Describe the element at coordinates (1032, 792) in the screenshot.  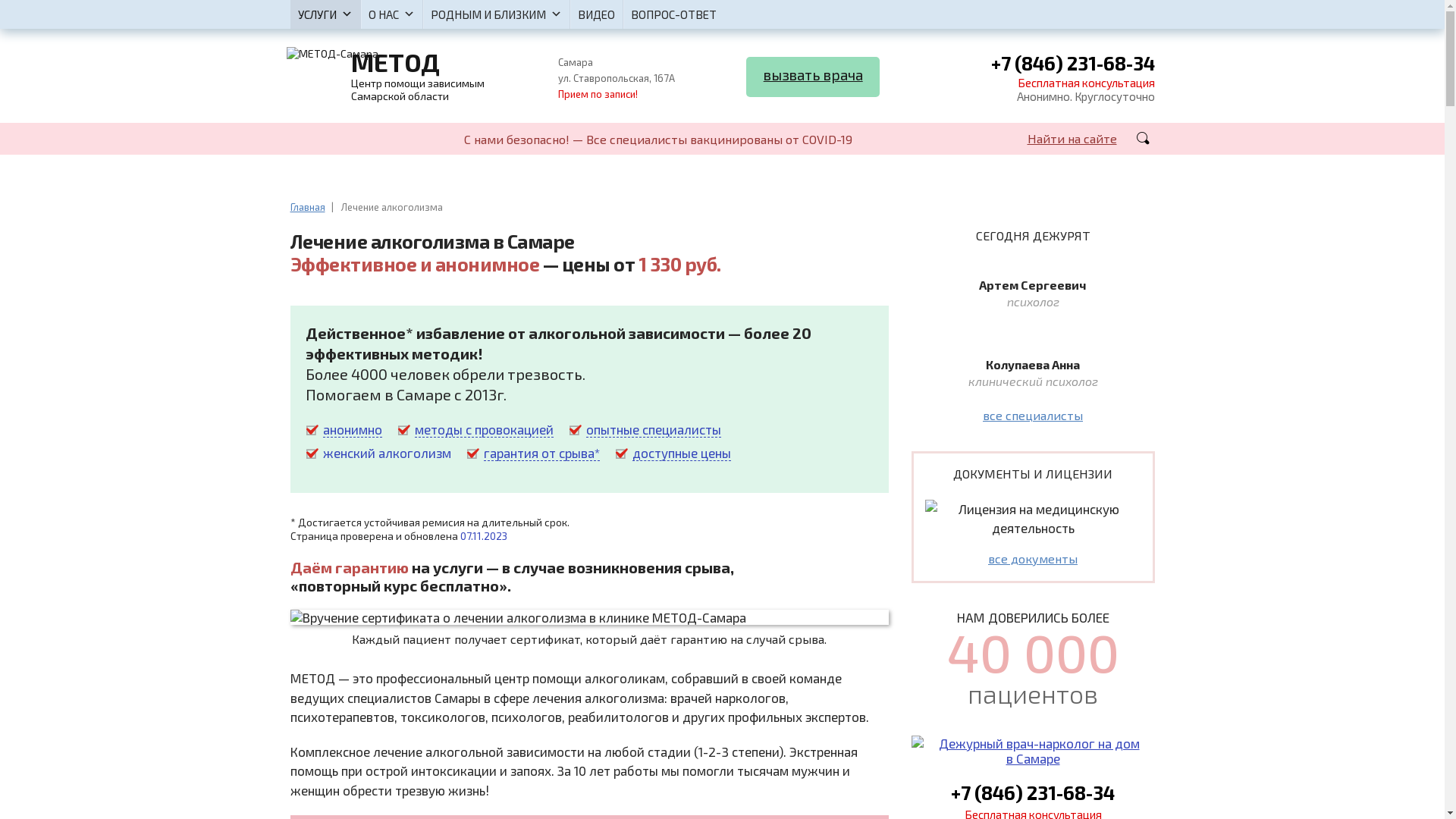
I see `'+7 (846) 231-68-34'` at that location.